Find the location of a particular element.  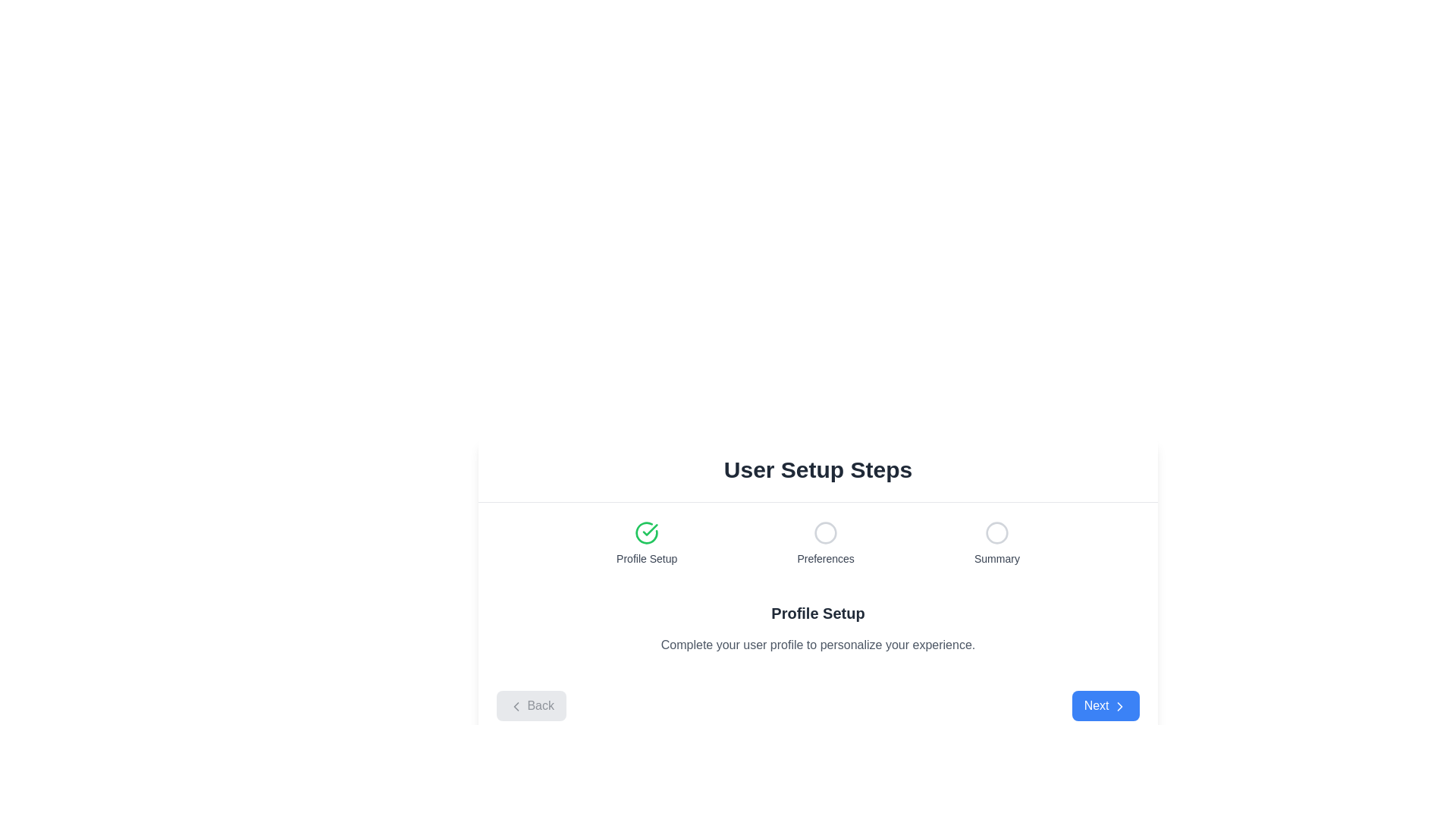

the static text label that displays the word 'Preferences', which is styled with a smaller font size and light gray color, located under the circular icon representing the 'Preferences' step in the sequence of three steps is located at coordinates (825, 558).